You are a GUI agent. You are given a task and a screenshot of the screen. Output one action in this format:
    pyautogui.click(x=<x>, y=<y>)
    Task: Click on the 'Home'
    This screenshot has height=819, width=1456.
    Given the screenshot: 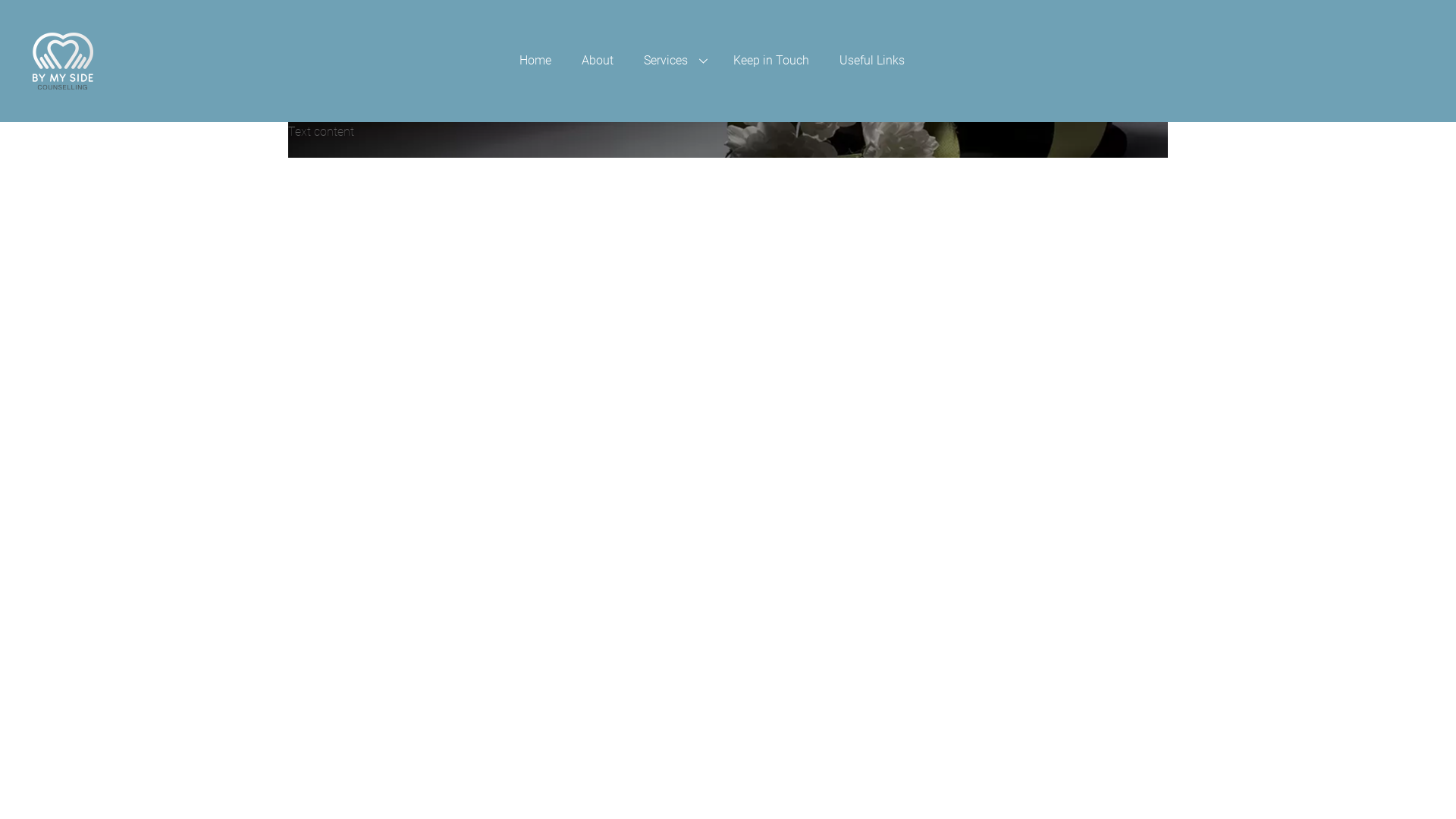 What is the action you would take?
    pyautogui.click(x=504, y=60)
    